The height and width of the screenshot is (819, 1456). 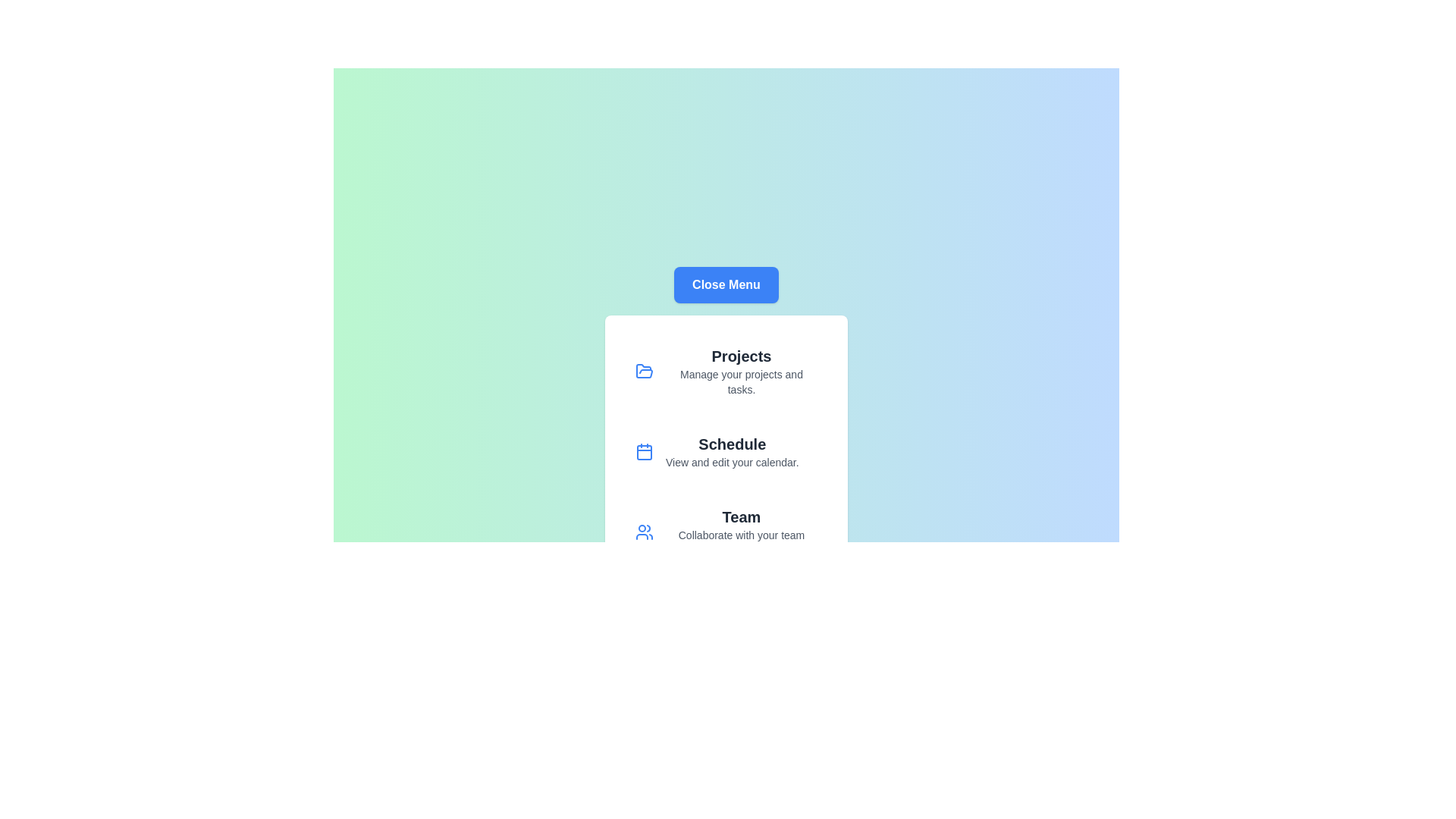 I want to click on the menu item corresponding to Projects, so click(x=726, y=371).